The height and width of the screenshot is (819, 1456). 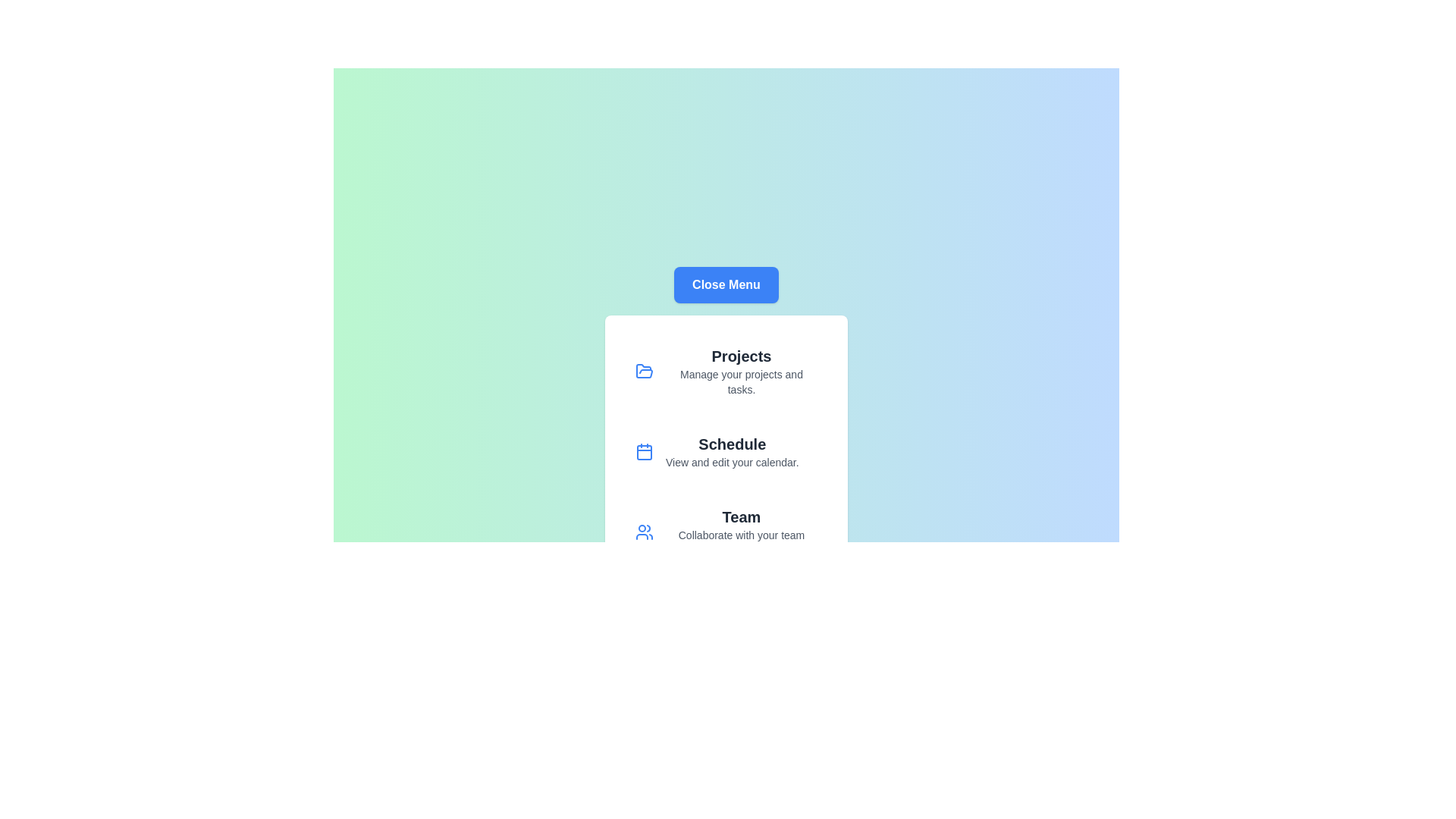 I want to click on the menu item corresponding to Projects, so click(x=726, y=371).